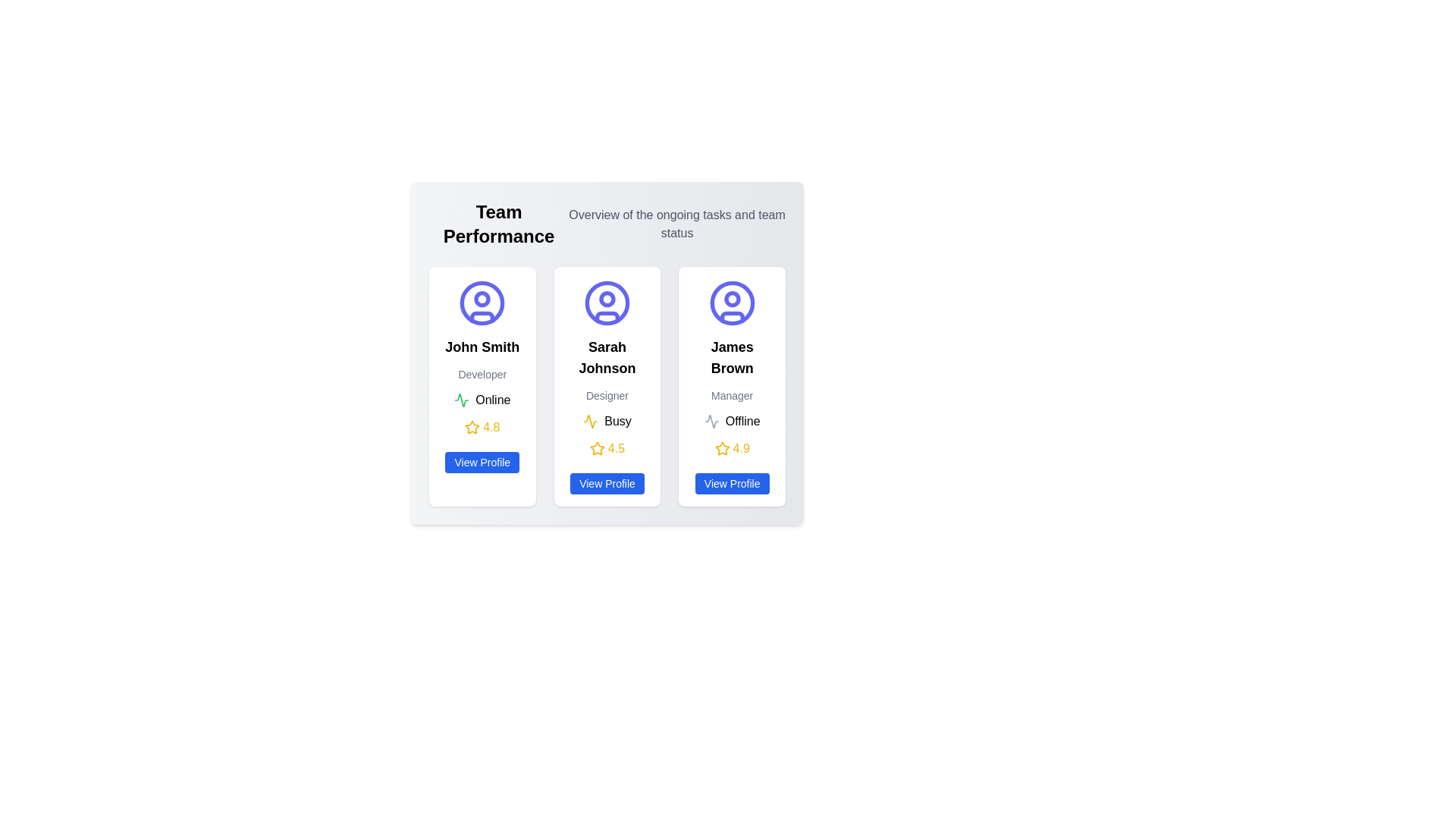 The image size is (1456, 819). Describe the element at coordinates (596, 447) in the screenshot. I see `the star icon representing the rating system for 'Sarah Johnson' with a score of '4.5', located beneath the 'Busy' status indicator` at that location.